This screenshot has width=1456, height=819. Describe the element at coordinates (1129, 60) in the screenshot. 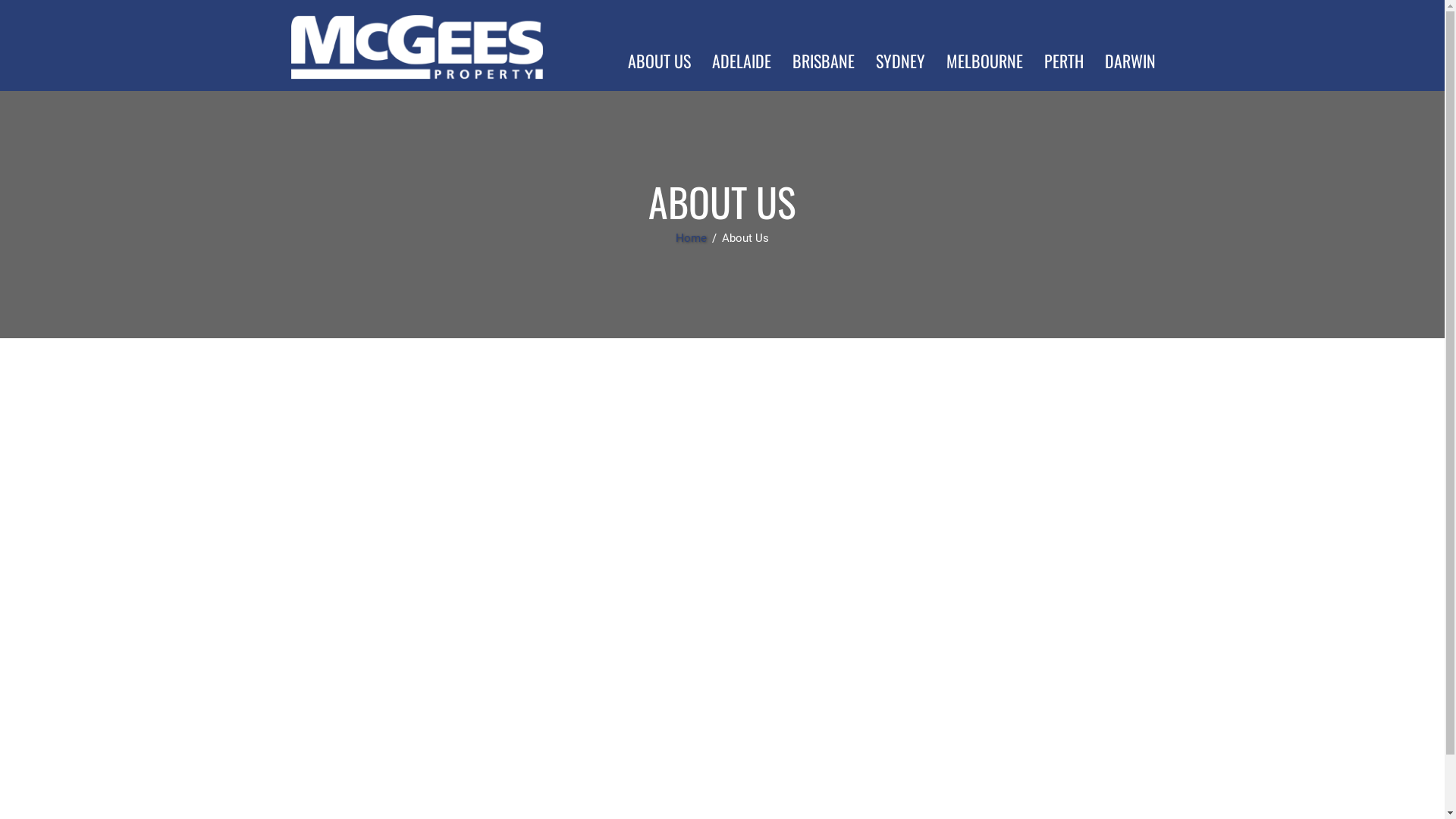

I see `'DARWIN'` at that location.